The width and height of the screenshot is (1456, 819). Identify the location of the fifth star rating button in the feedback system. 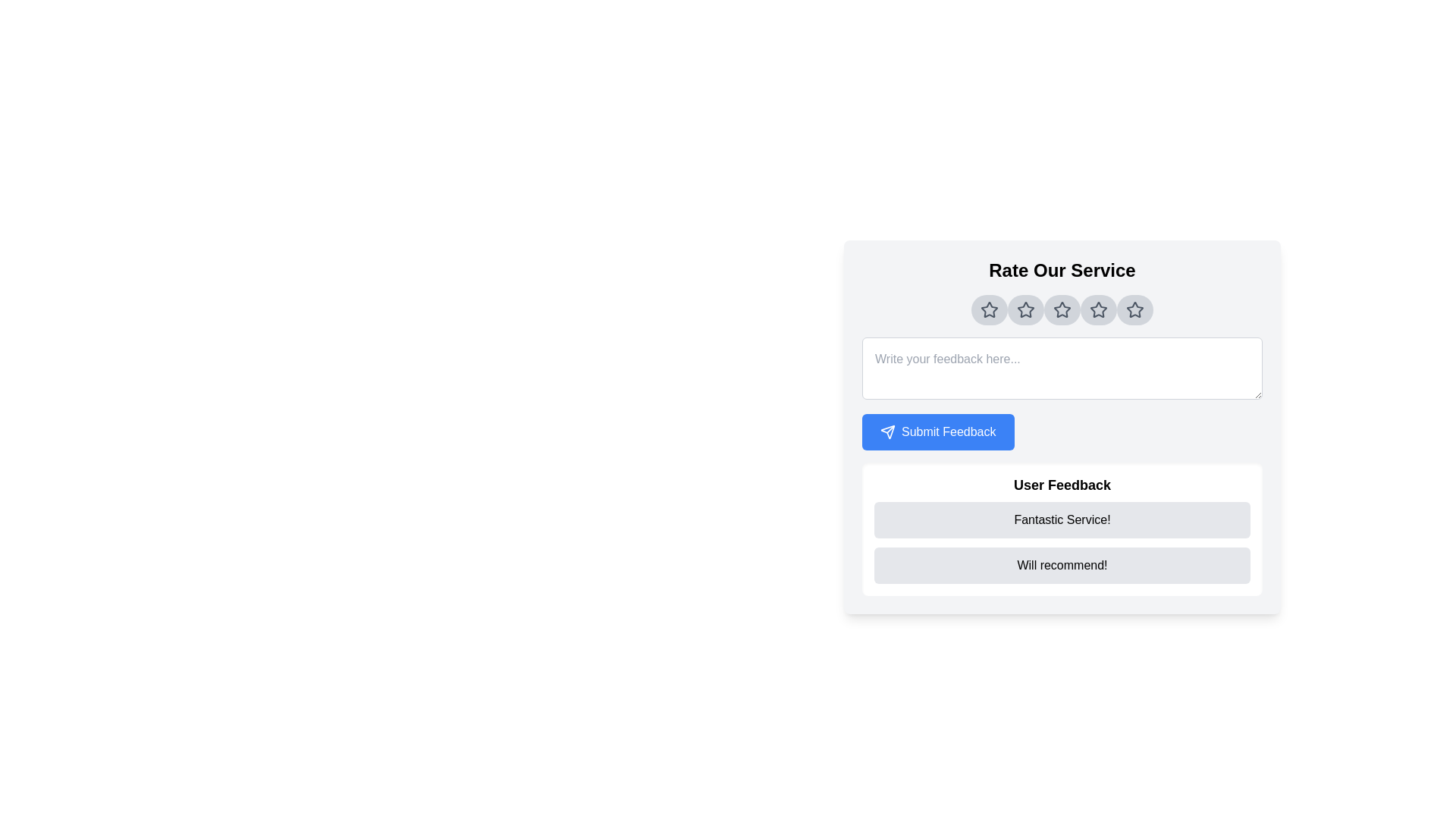
(1099, 309).